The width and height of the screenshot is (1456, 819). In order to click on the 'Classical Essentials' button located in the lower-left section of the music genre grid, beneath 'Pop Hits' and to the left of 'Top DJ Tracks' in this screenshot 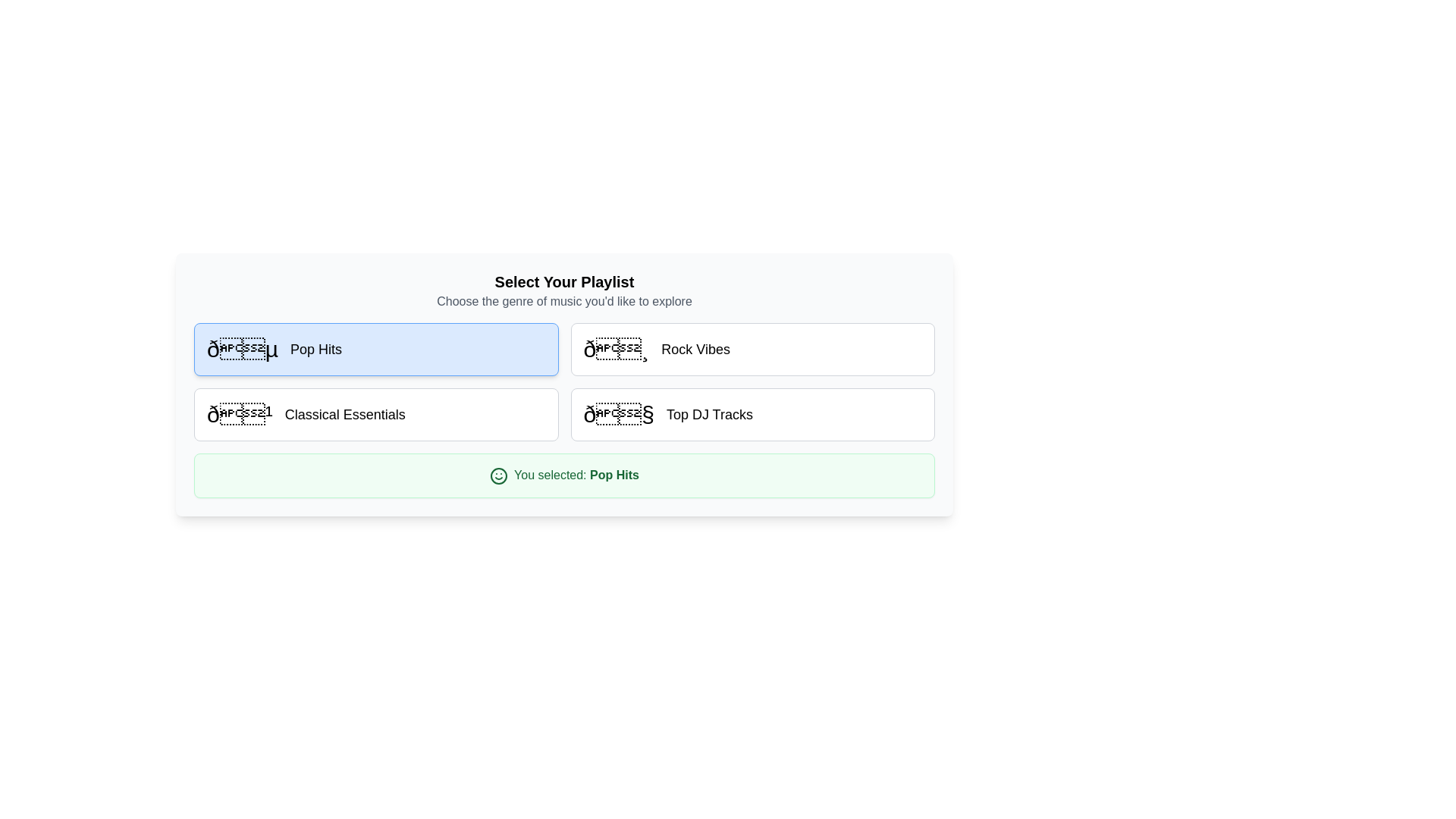, I will do `click(376, 415)`.